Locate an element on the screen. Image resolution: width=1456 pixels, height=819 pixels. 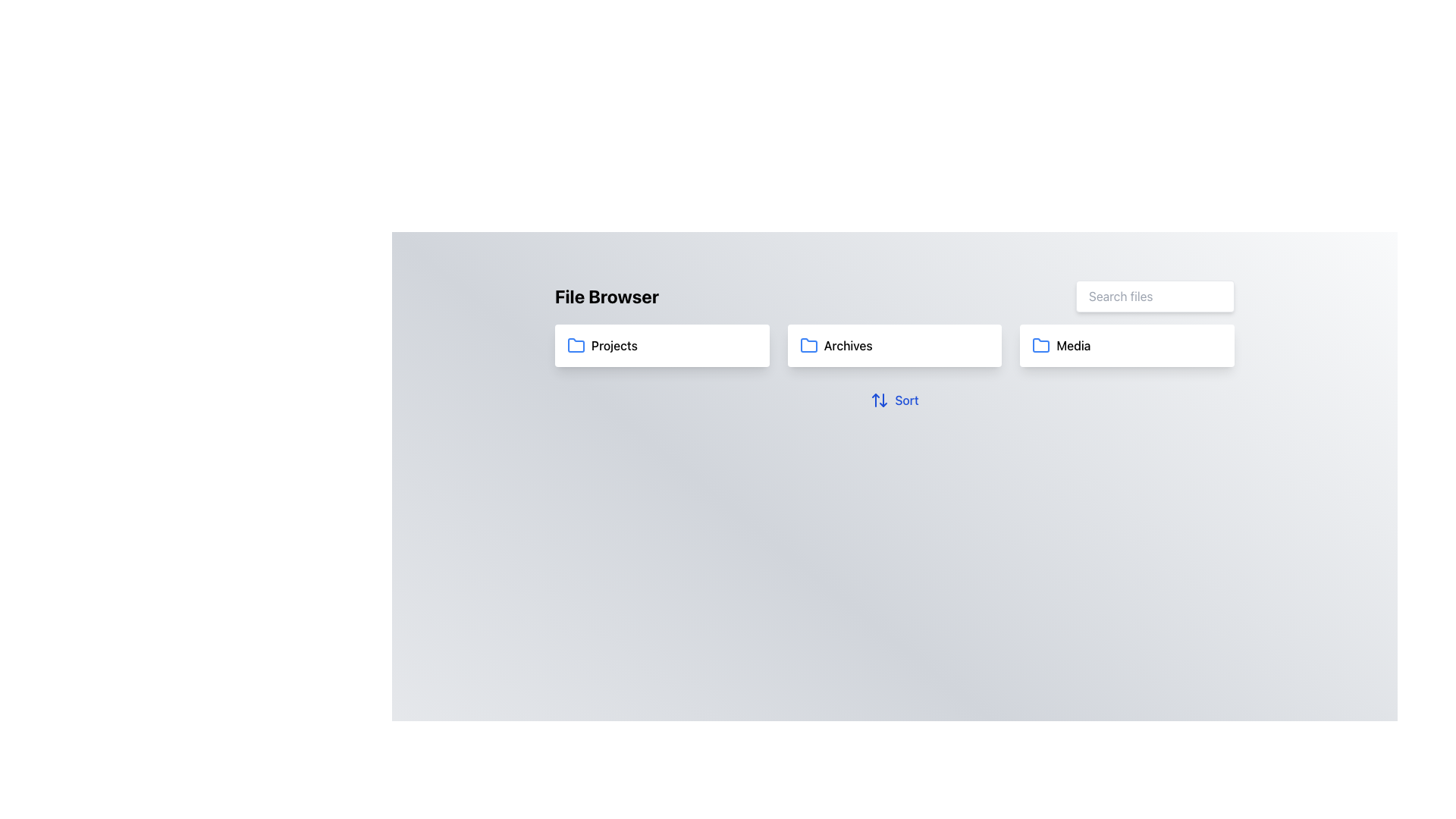
the SVG icon representing two arrows (one up and one down) in the 'Sort' section, located left of the 'Sort' text is located at coordinates (880, 400).